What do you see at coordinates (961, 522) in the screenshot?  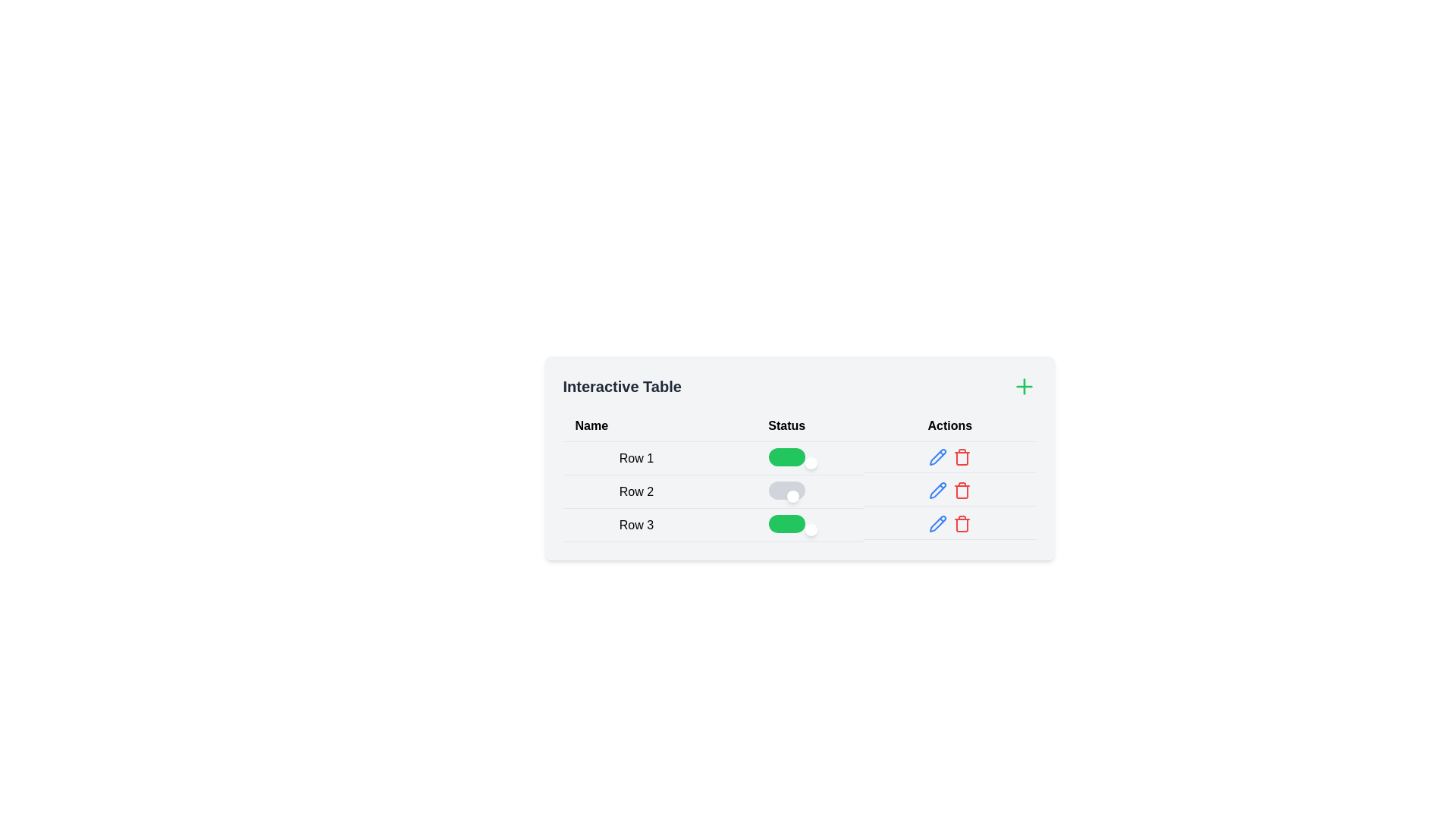 I see `the trash icon button located in the 'Actions' column of the third row to possibly reveal additional information` at bounding box center [961, 522].